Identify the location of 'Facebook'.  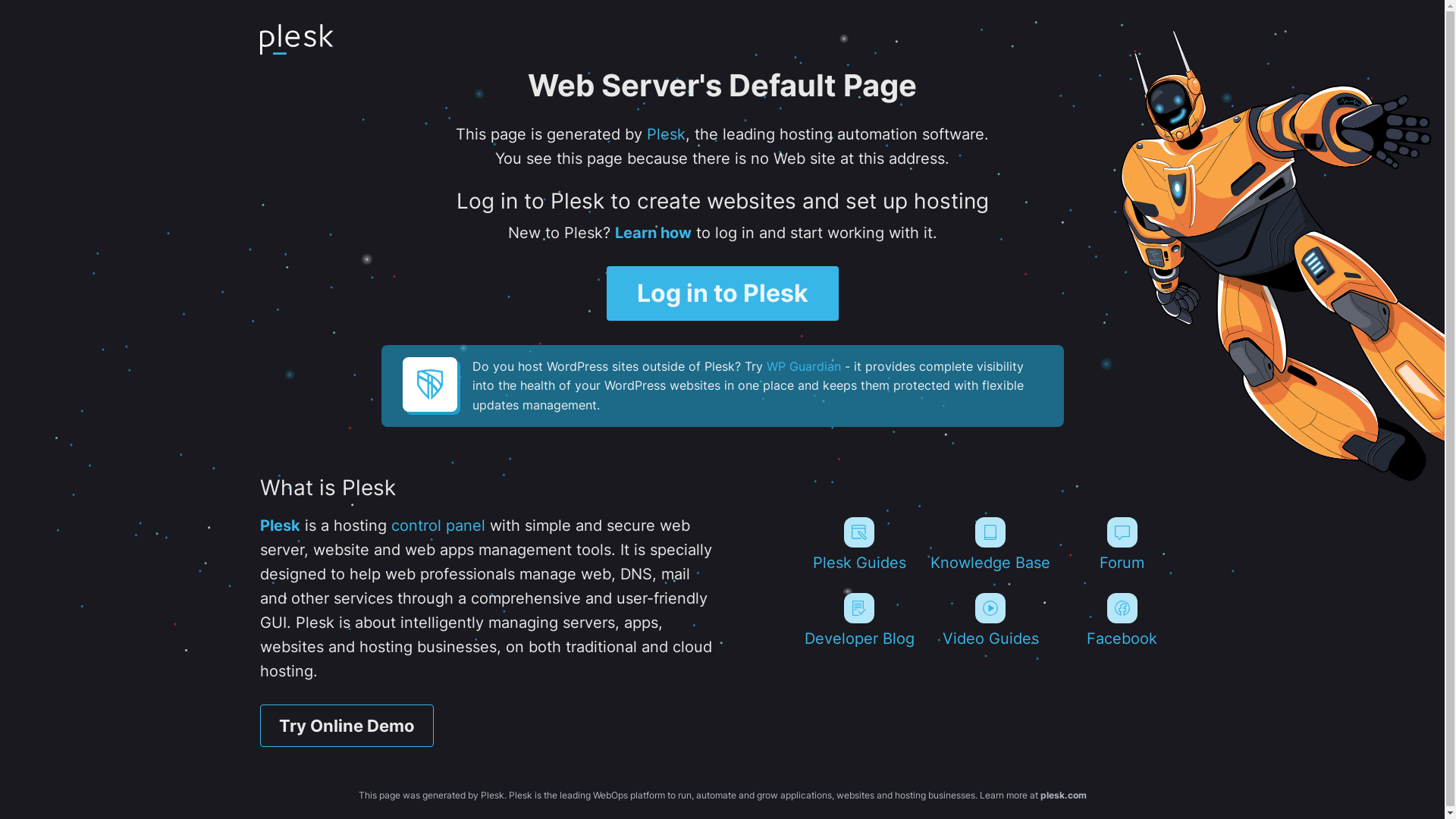
(1122, 620).